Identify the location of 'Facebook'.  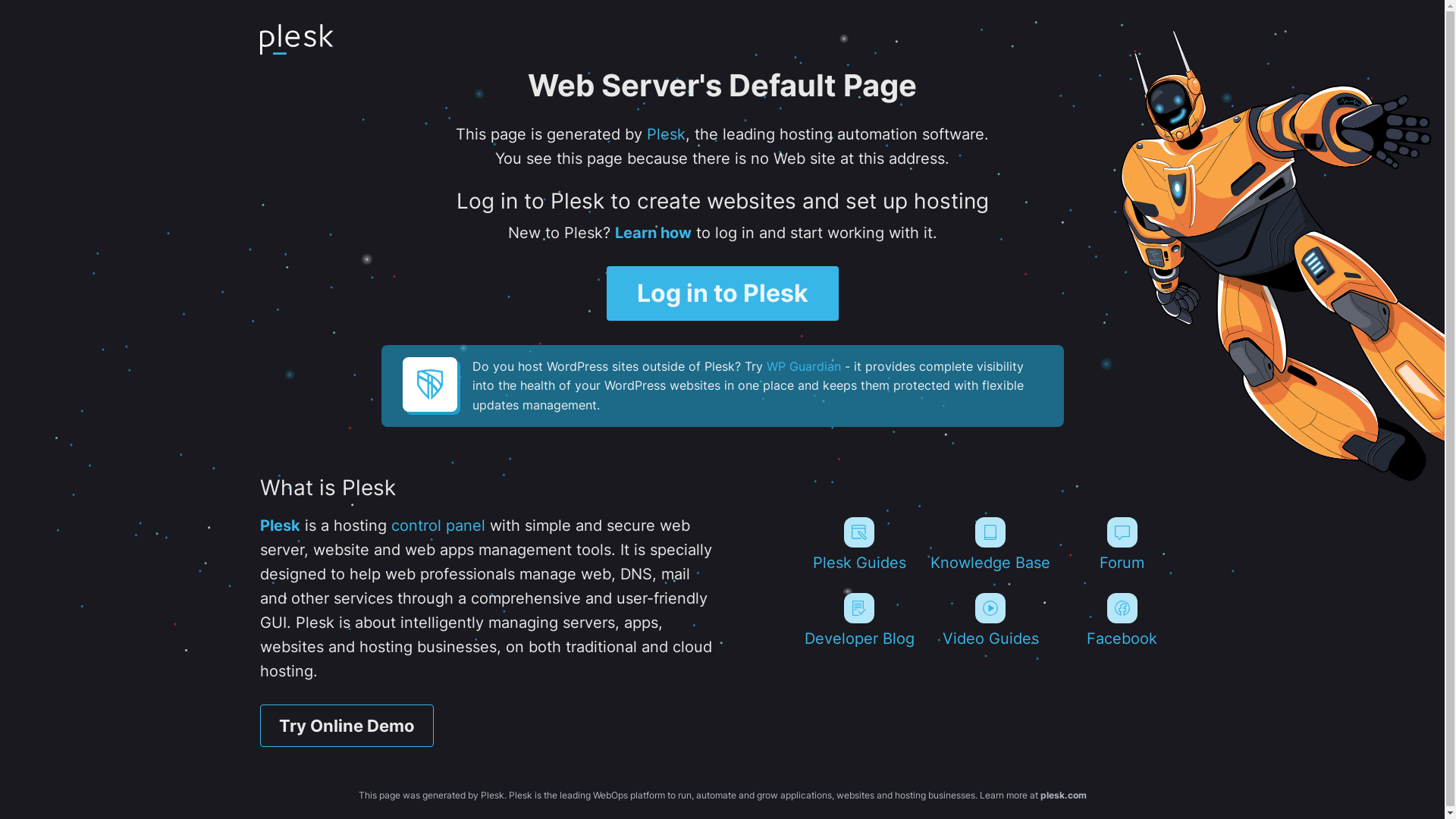
(1122, 620).